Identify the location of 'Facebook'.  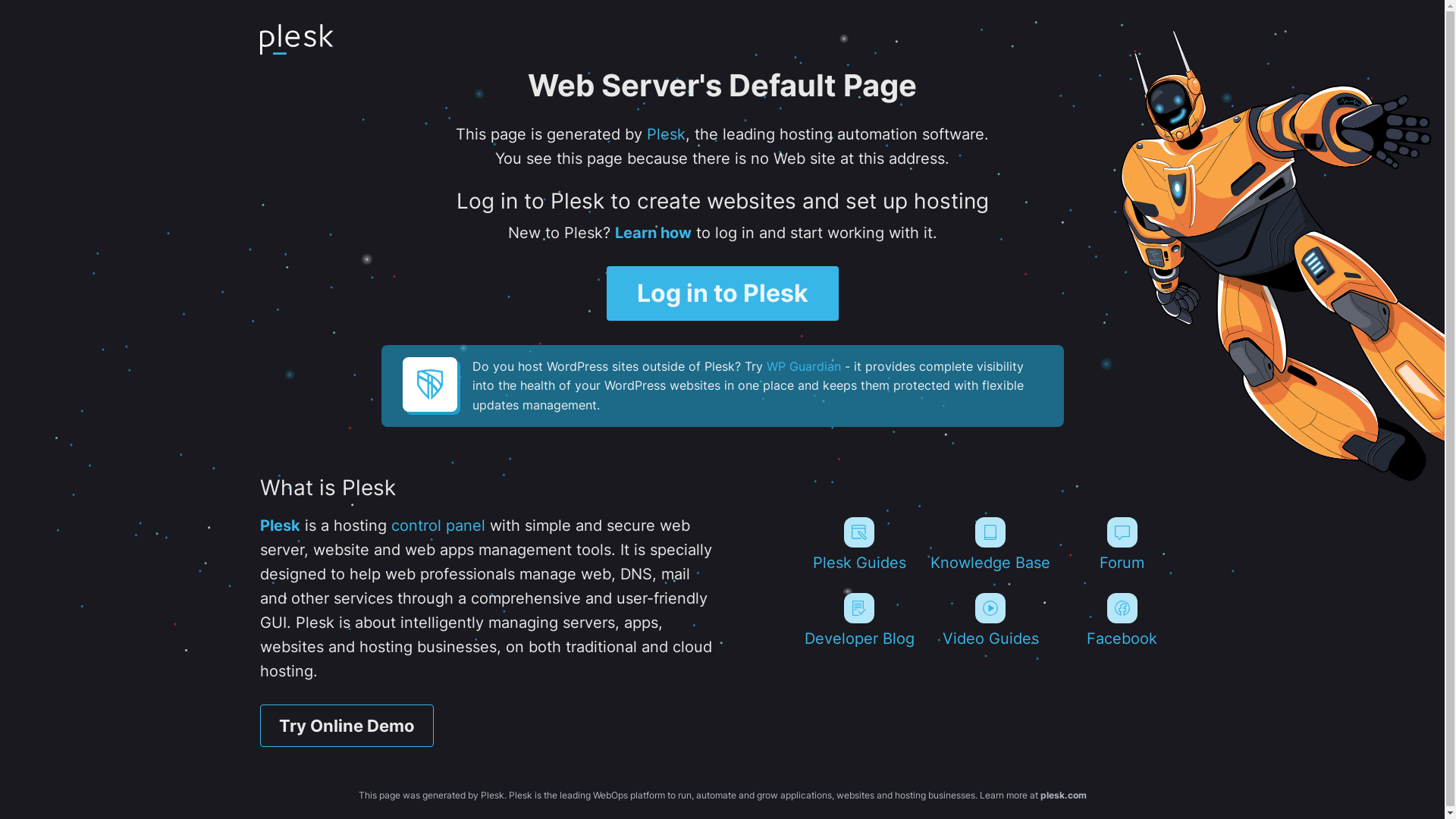
(1122, 620).